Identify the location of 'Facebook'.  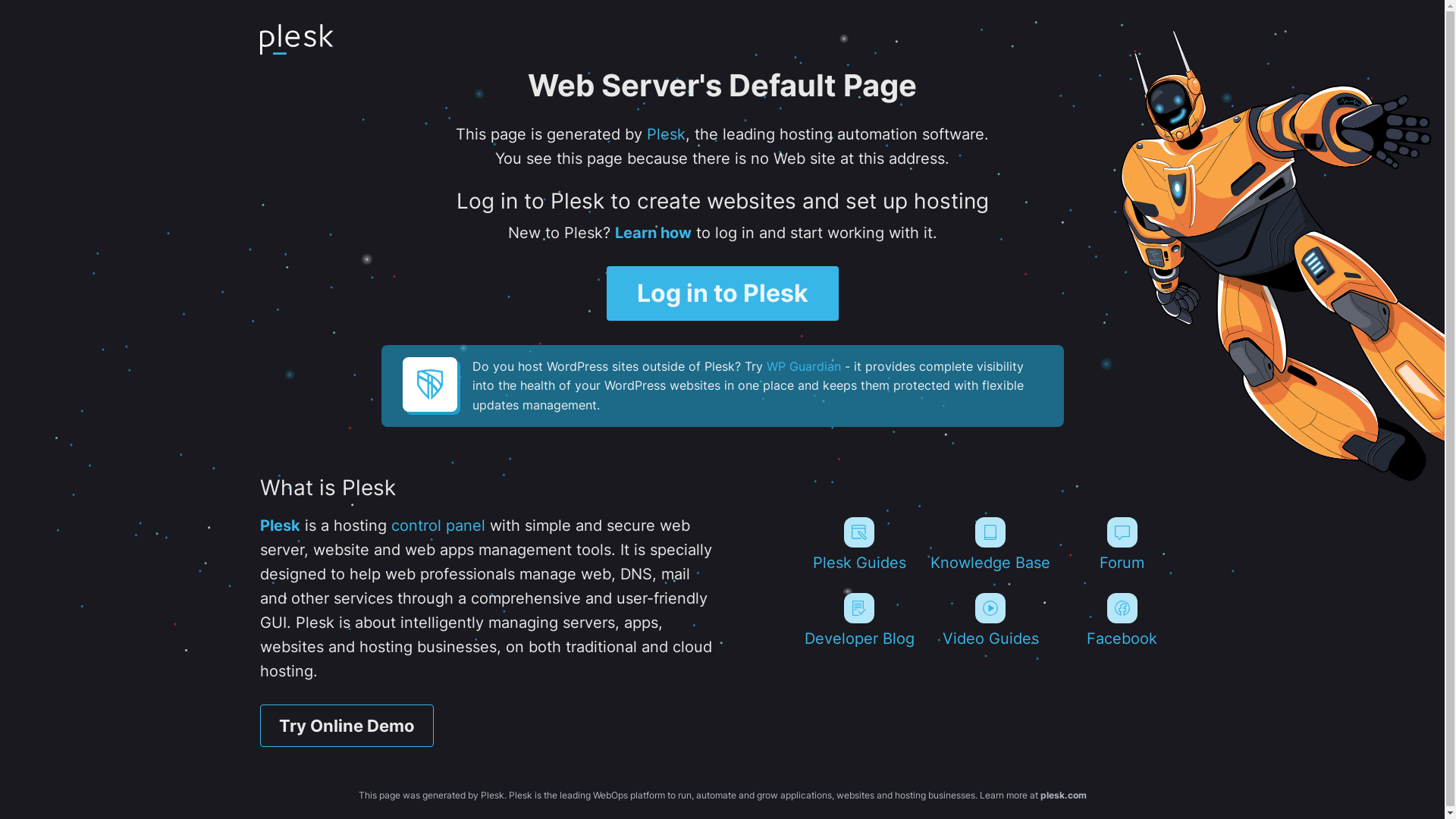
(1122, 620).